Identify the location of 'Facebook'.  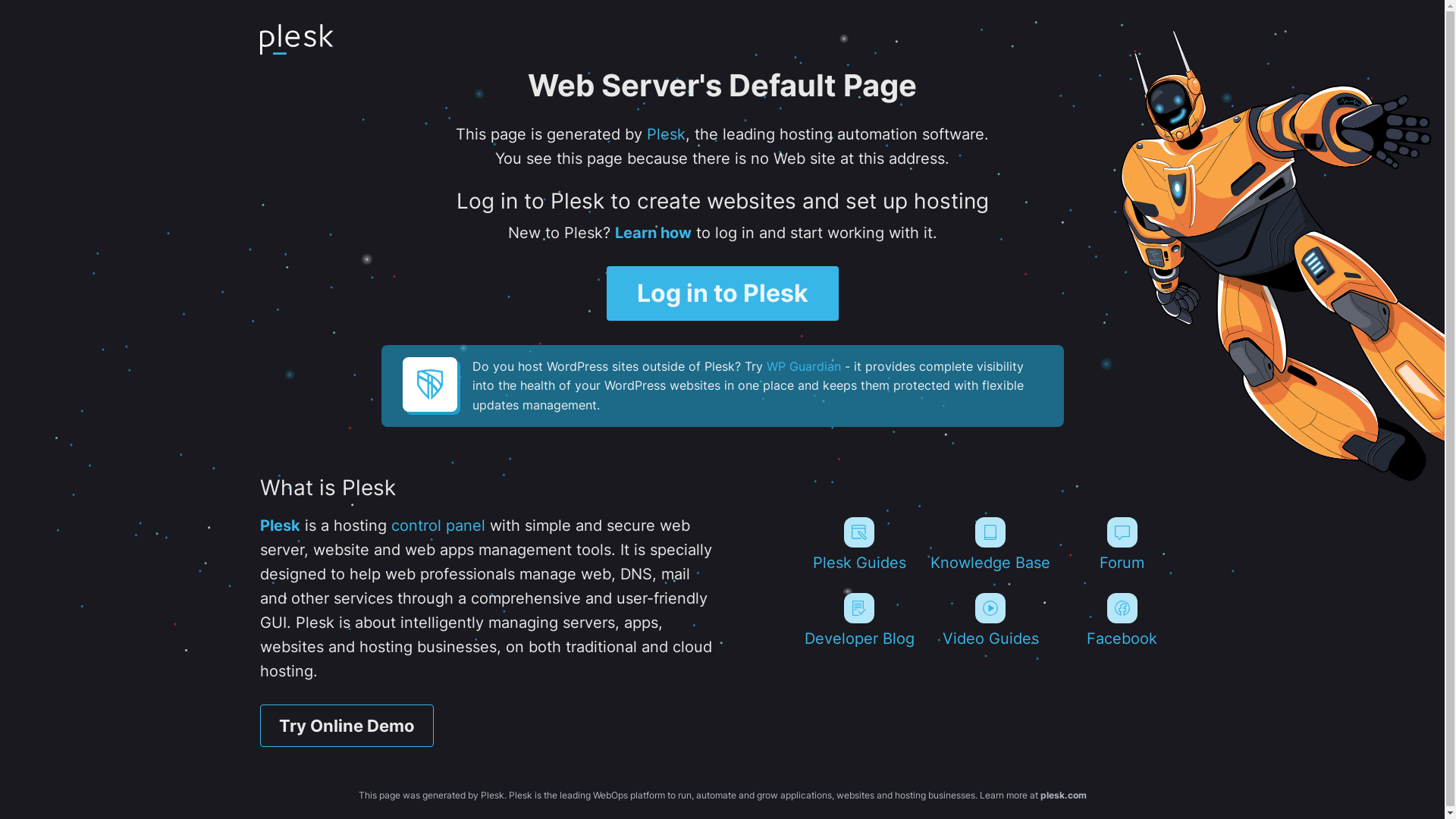
(1122, 620).